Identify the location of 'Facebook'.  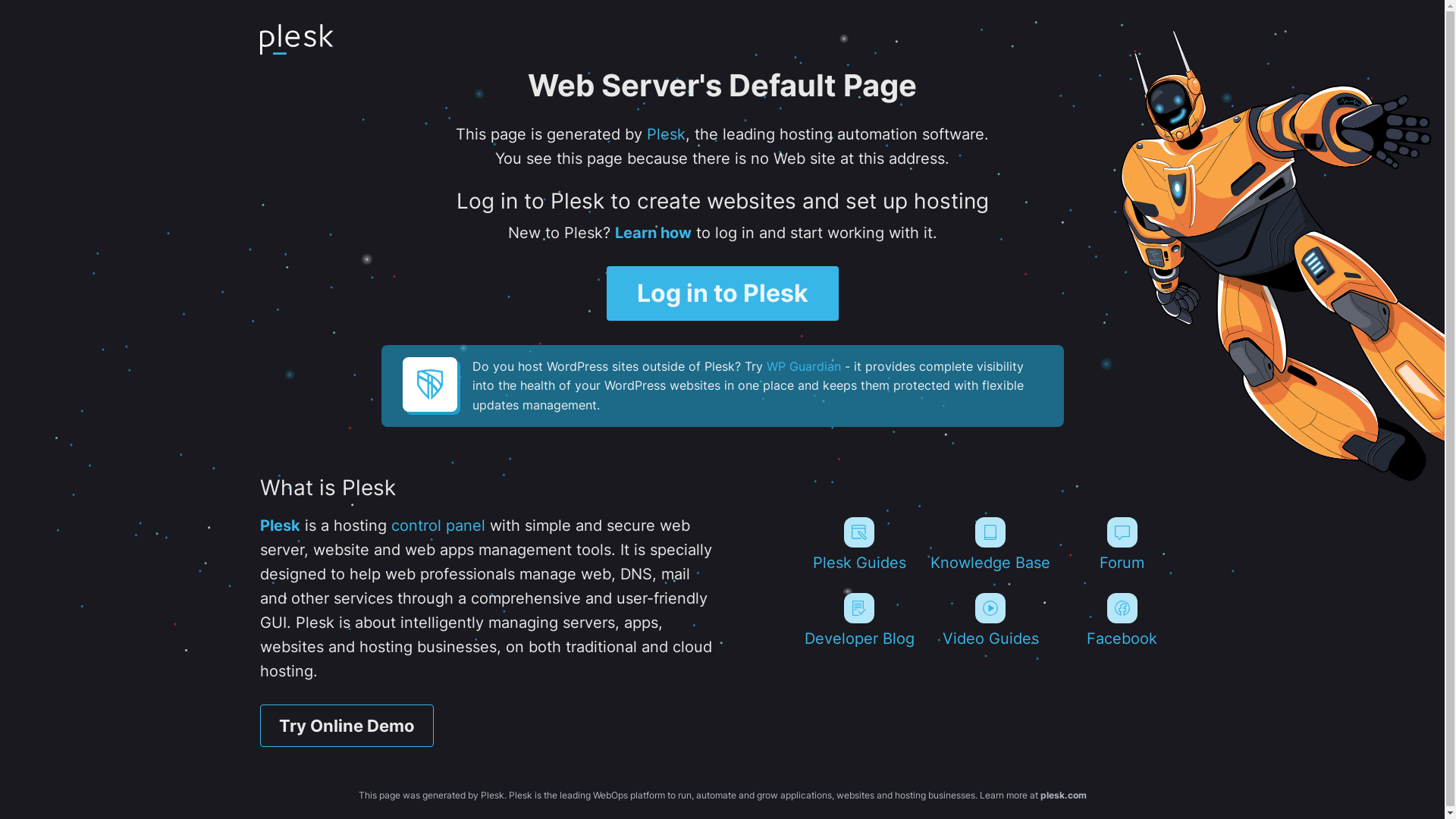
(1122, 620).